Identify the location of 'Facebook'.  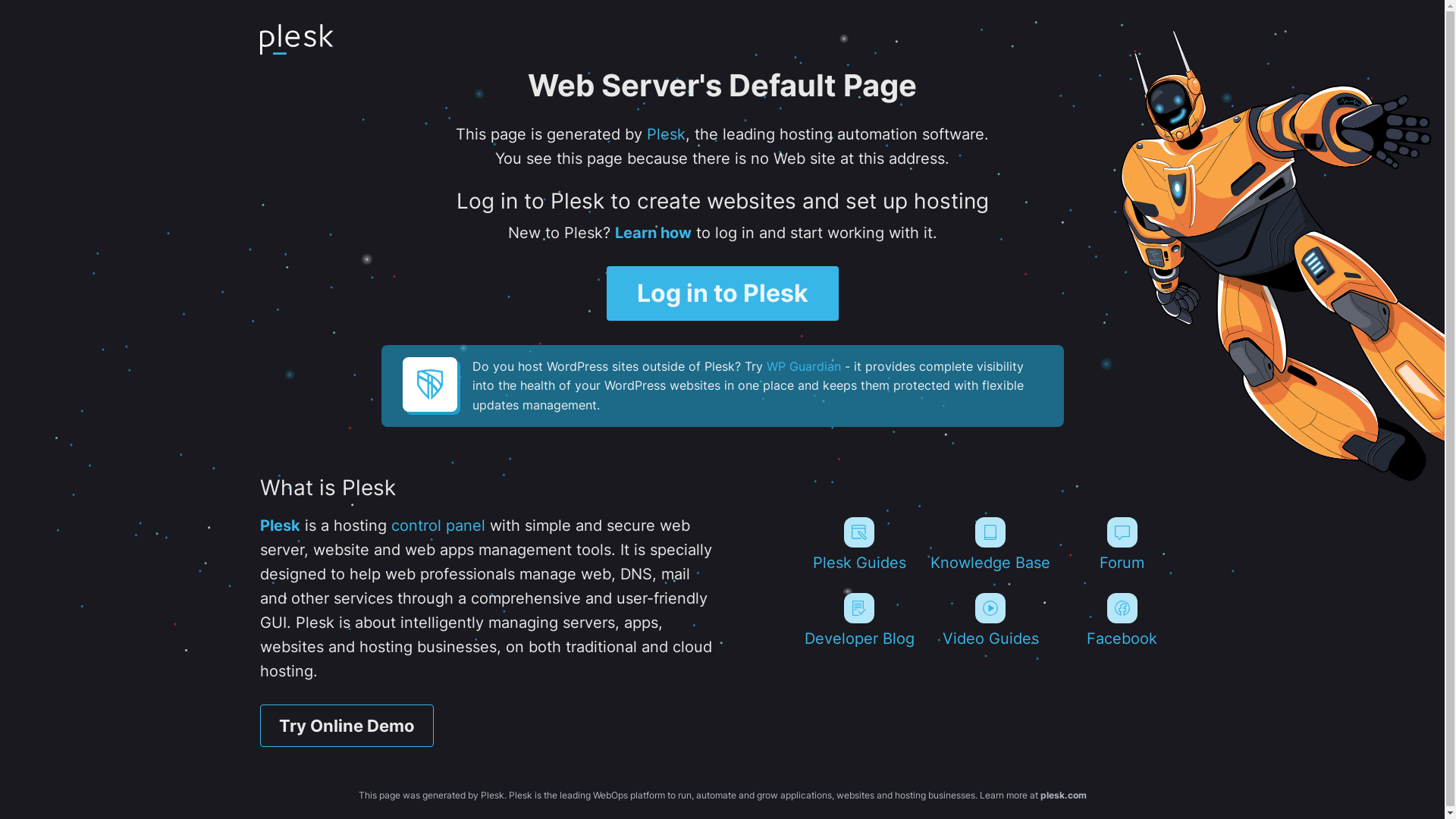
(1122, 620).